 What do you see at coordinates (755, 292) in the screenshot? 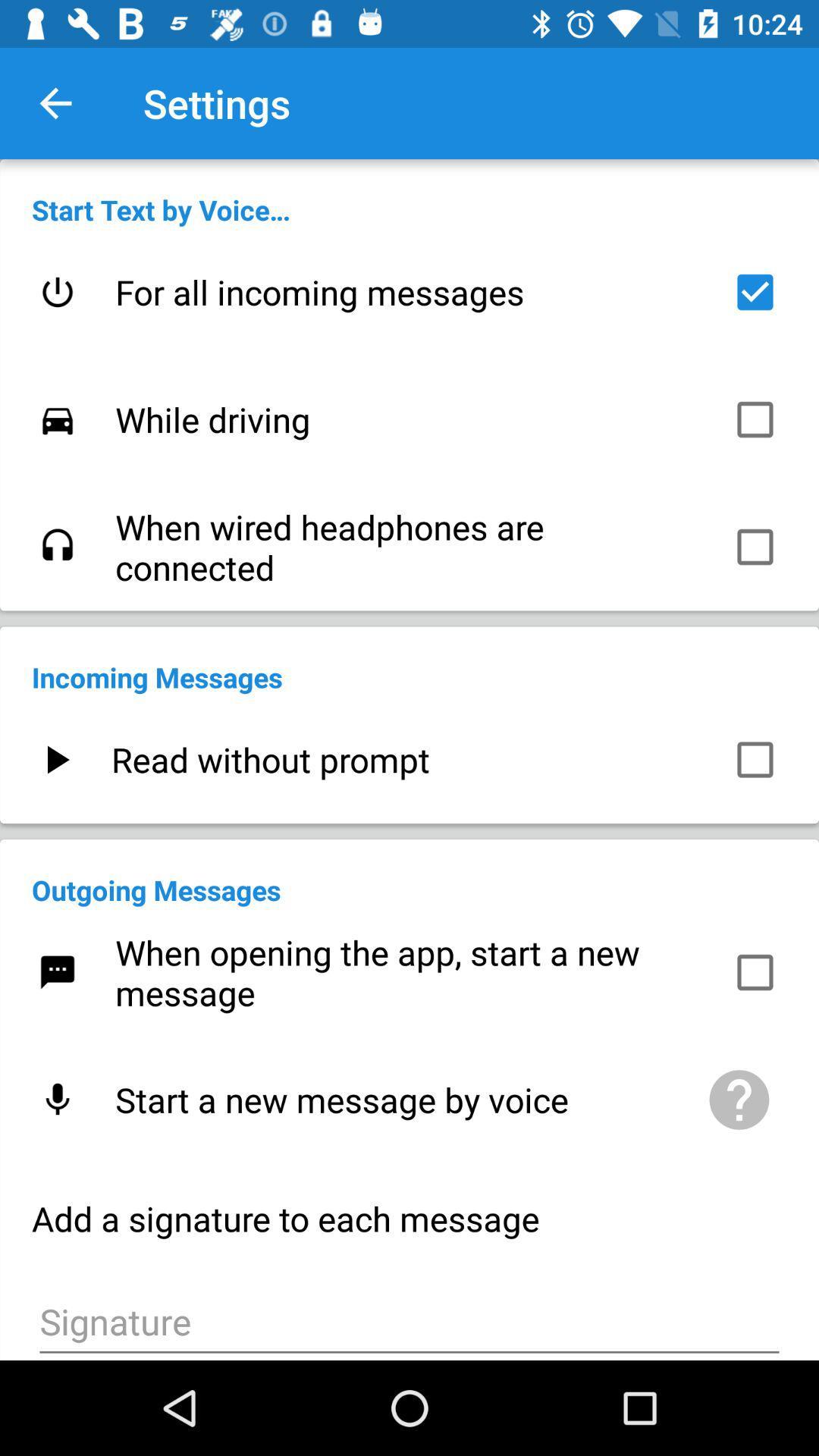
I see `icon to the right of the for all incoming` at bounding box center [755, 292].